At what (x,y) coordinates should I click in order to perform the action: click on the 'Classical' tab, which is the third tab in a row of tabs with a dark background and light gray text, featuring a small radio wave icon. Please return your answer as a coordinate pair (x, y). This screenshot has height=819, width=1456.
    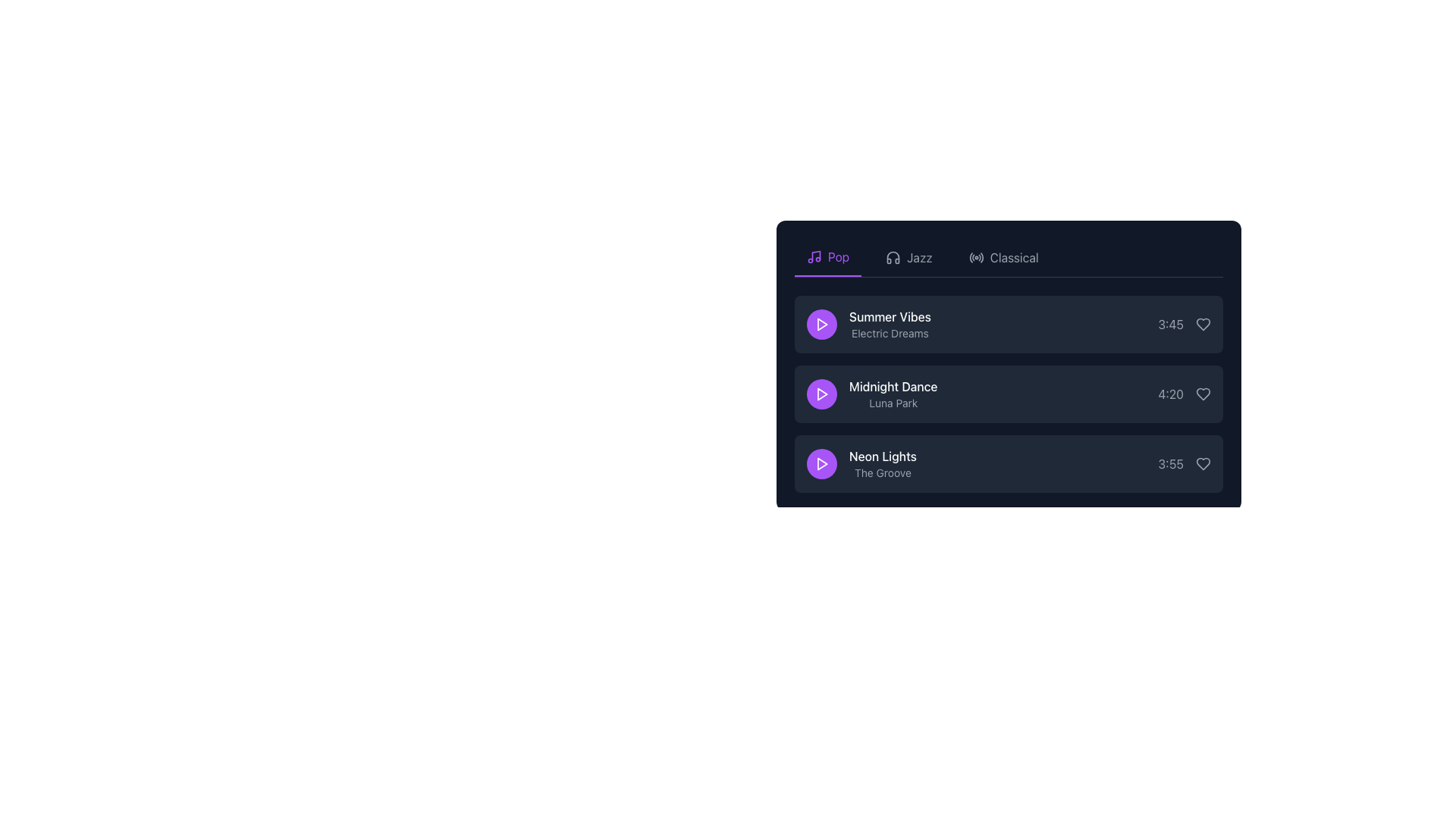
    Looking at the image, I should click on (1003, 256).